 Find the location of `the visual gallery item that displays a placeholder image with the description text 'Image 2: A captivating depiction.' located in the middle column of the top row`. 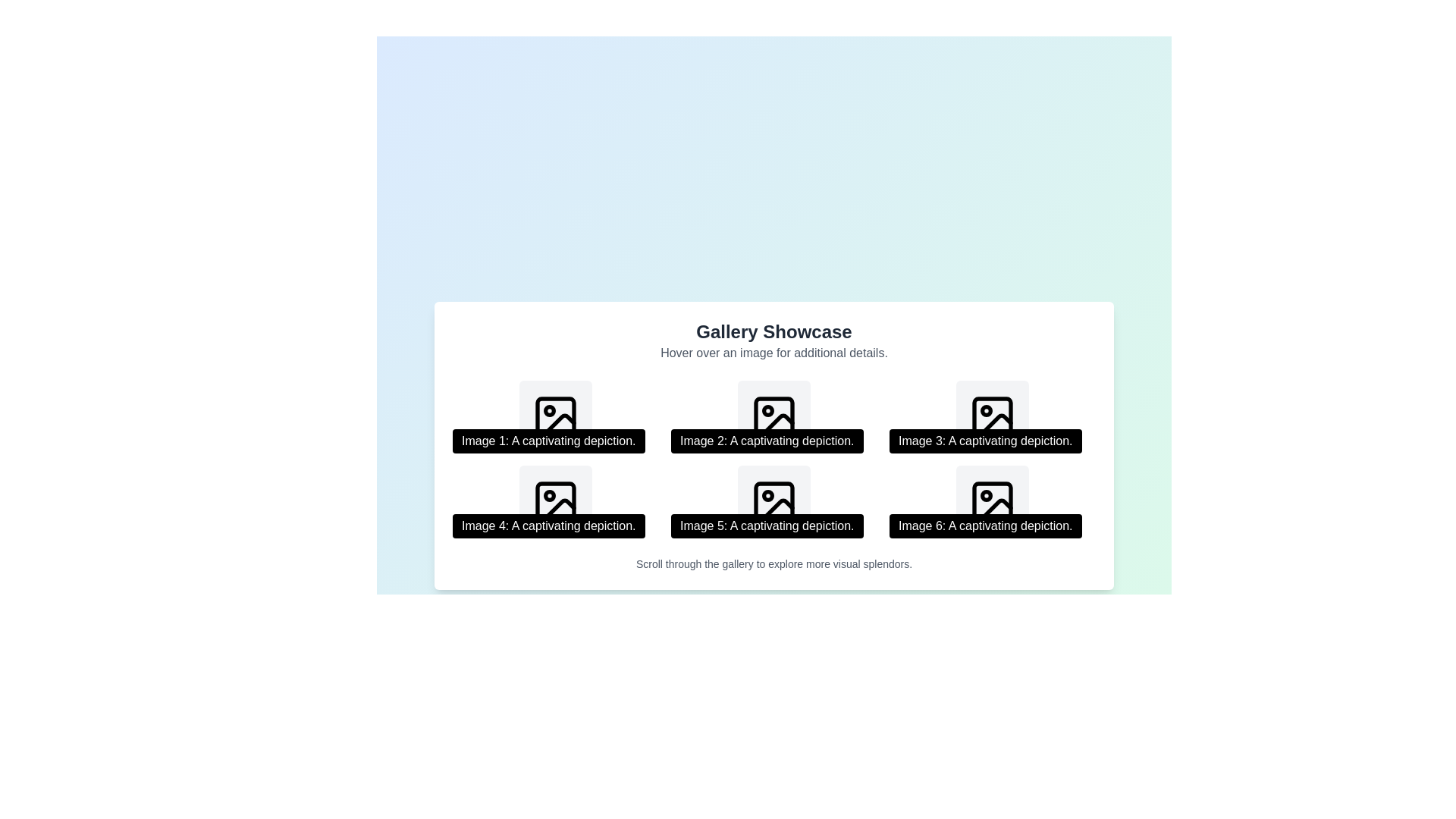

the visual gallery item that displays a placeholder image with the description text 'Image 2: A captivating depiction.' located in the middle column of the top row is located at coordinates (774, 417).